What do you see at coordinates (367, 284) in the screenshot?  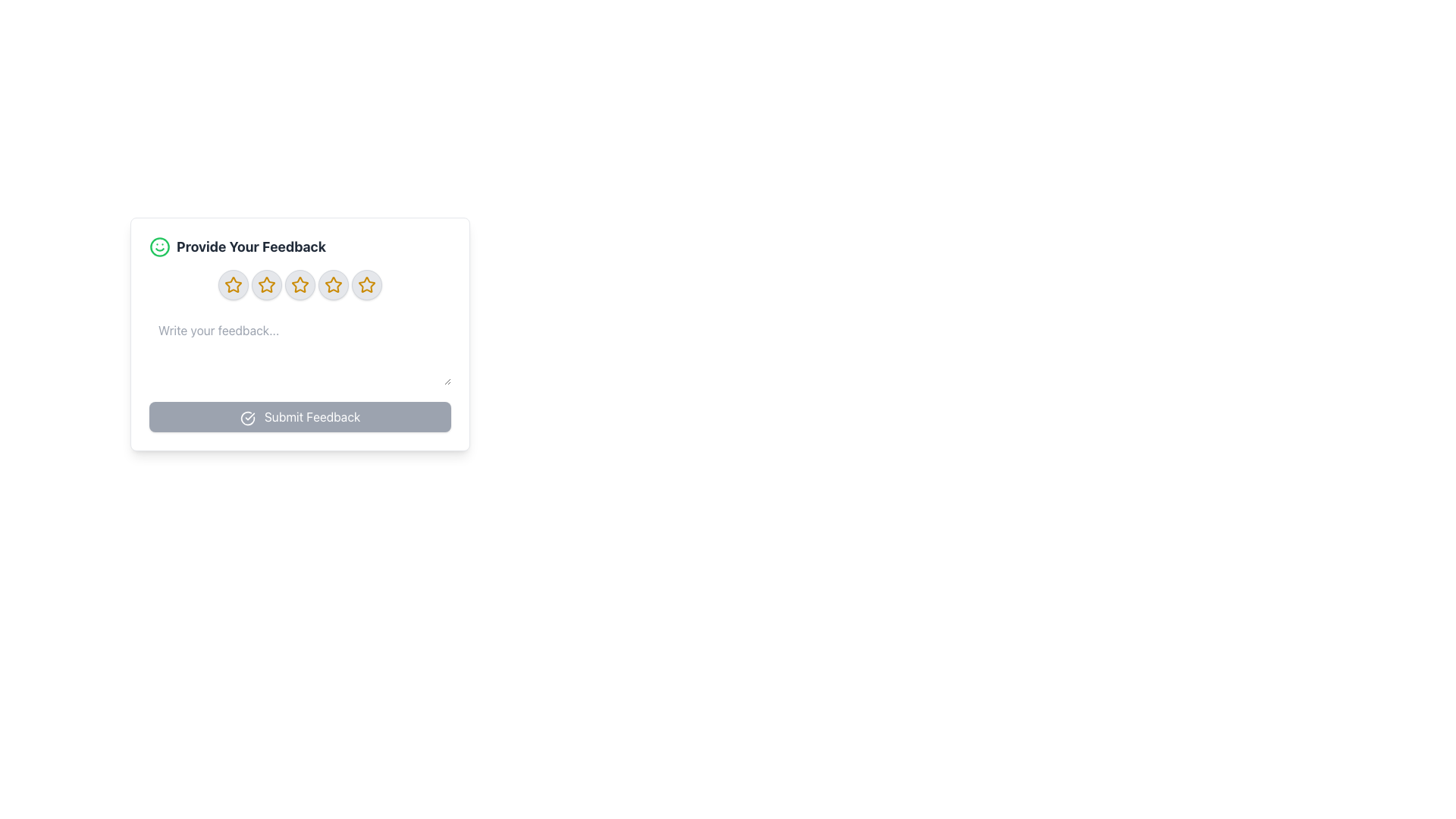 I see `the fifth star-shaped rating icon, which is yellow and part of a feedback component, to indicate a potential rating` at bounding box center [367, 284].